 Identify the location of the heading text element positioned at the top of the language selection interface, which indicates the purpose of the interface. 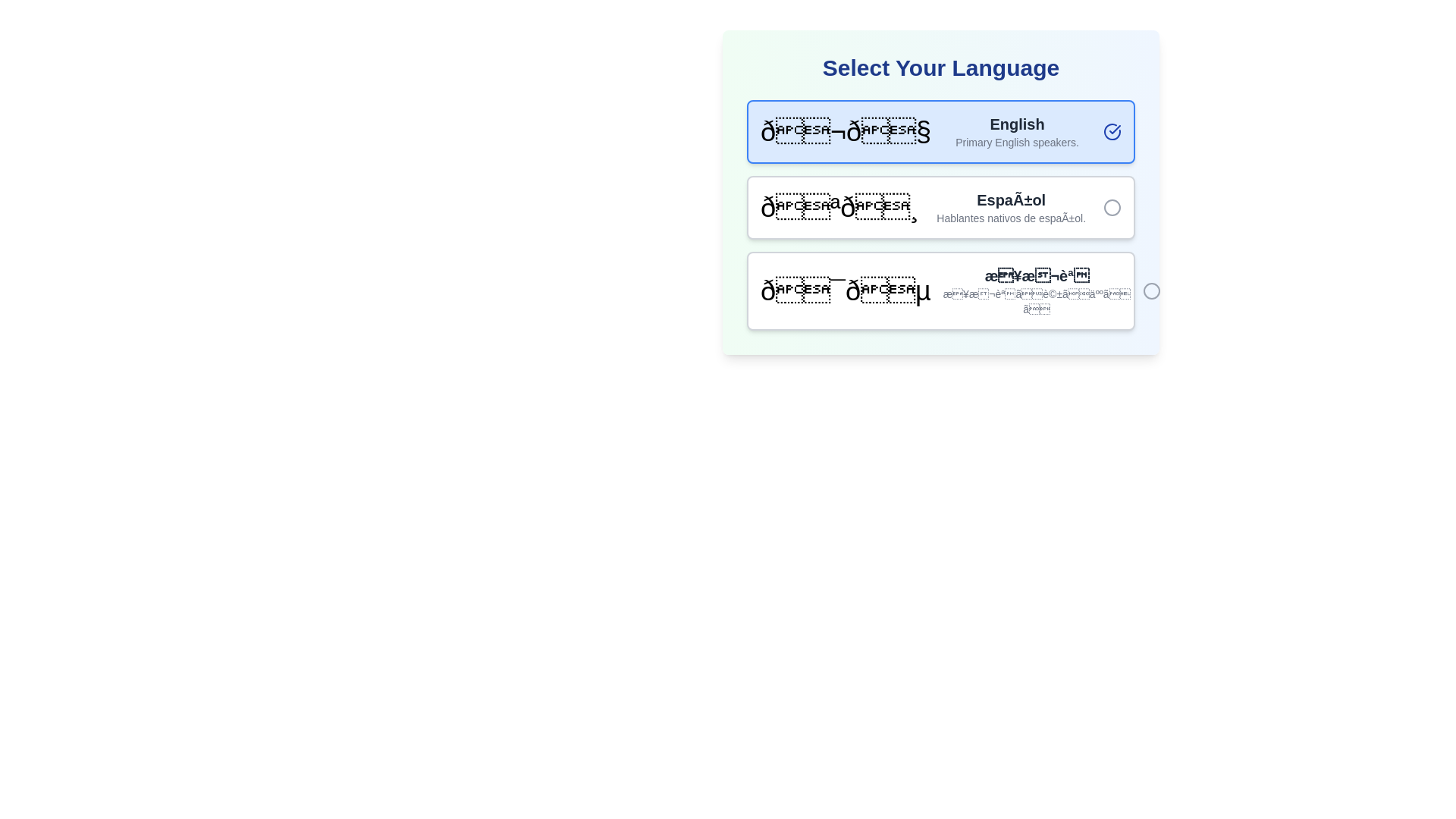
(940, 67).